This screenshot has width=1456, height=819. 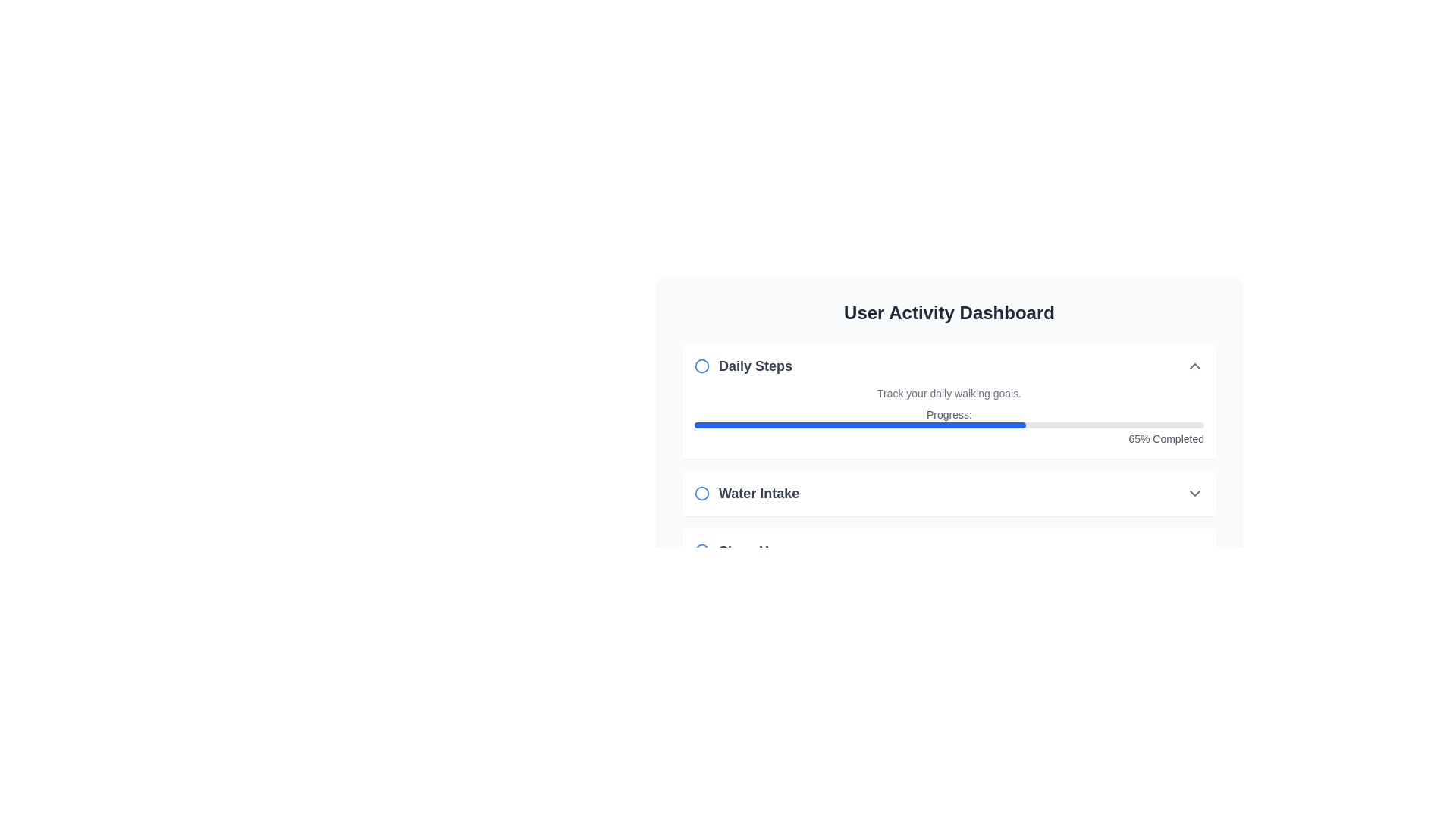 I want to click on the progress bar of the daily step tracking card-like section located in the User Activity Dashboard, so click(x=949, y=458).